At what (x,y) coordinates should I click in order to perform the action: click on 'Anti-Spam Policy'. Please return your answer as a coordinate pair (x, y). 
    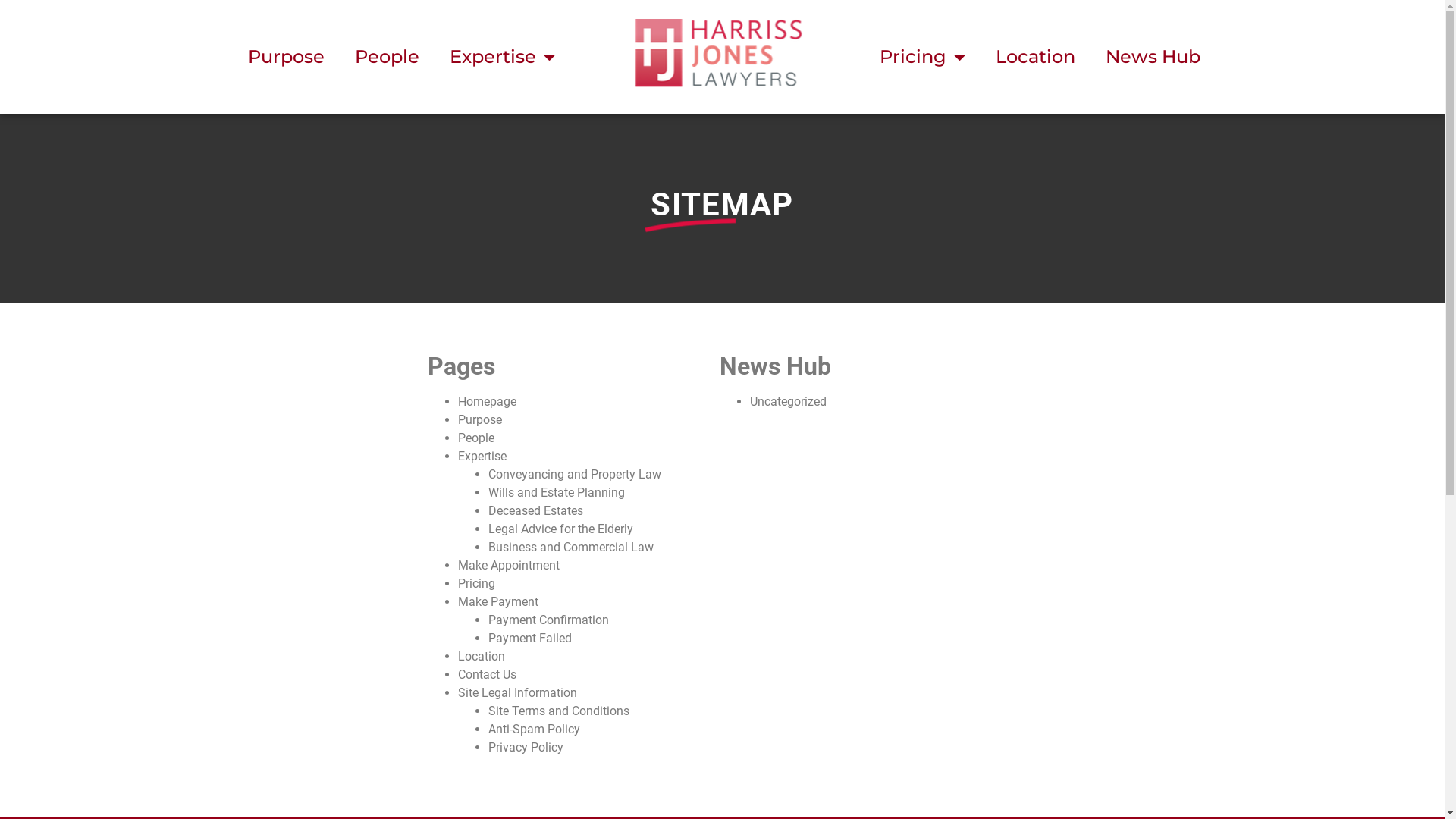
    Looking at the image, I should click on (534, 728).